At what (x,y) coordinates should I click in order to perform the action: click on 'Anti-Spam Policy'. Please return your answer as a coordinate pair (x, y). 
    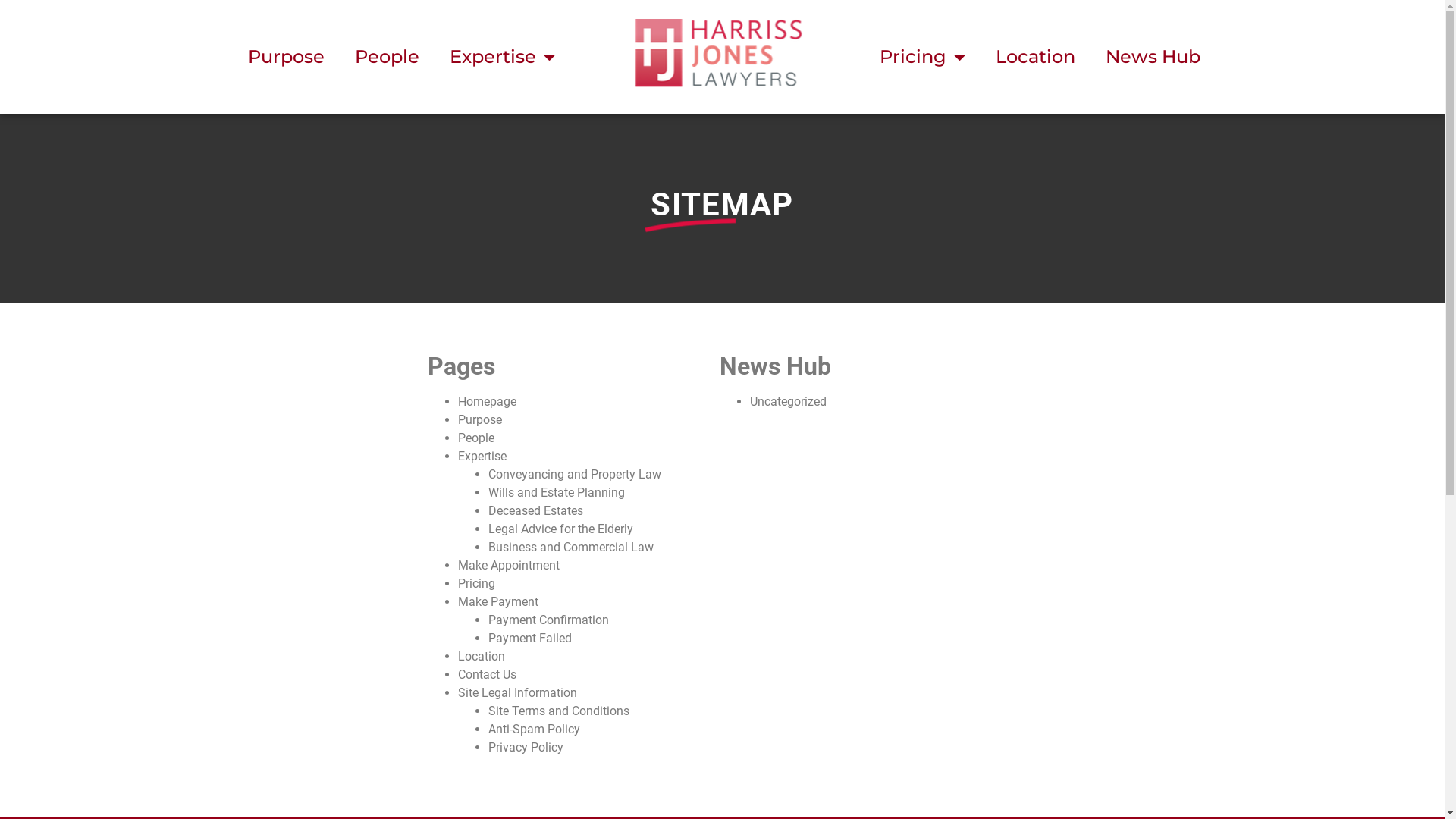
    Looking at the image, I should click on (534, 728).